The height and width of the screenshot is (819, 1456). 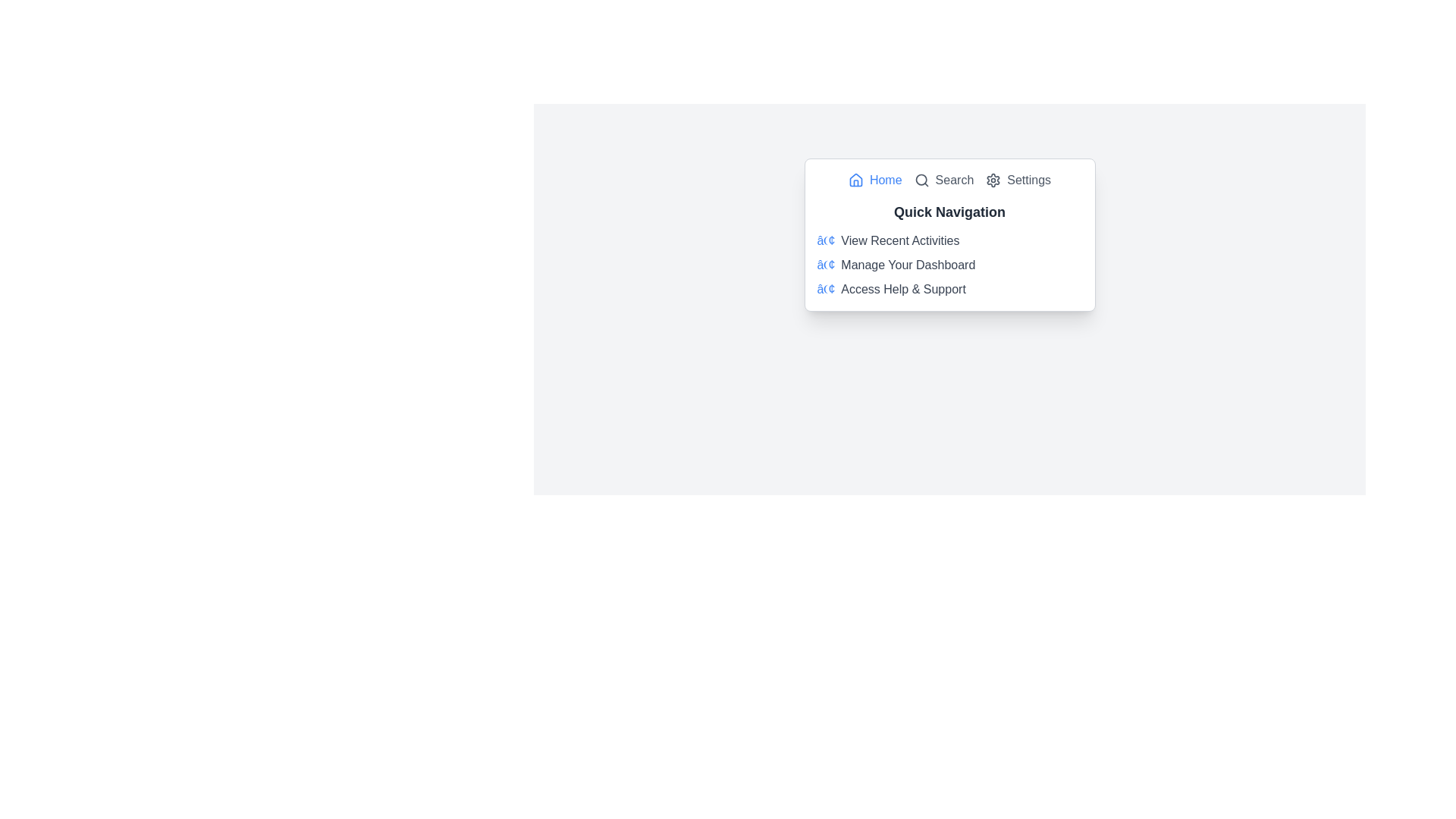 What do you see at coordinates (949, 265) in the screenshot?
I see `the '• Manage Your Dashboard' menu item, which is the second option in the 'Quick Navigation' vertical list, located below 'View Recent Activities' and above 'Access Help & Support'` at bounding box center [949, 265].